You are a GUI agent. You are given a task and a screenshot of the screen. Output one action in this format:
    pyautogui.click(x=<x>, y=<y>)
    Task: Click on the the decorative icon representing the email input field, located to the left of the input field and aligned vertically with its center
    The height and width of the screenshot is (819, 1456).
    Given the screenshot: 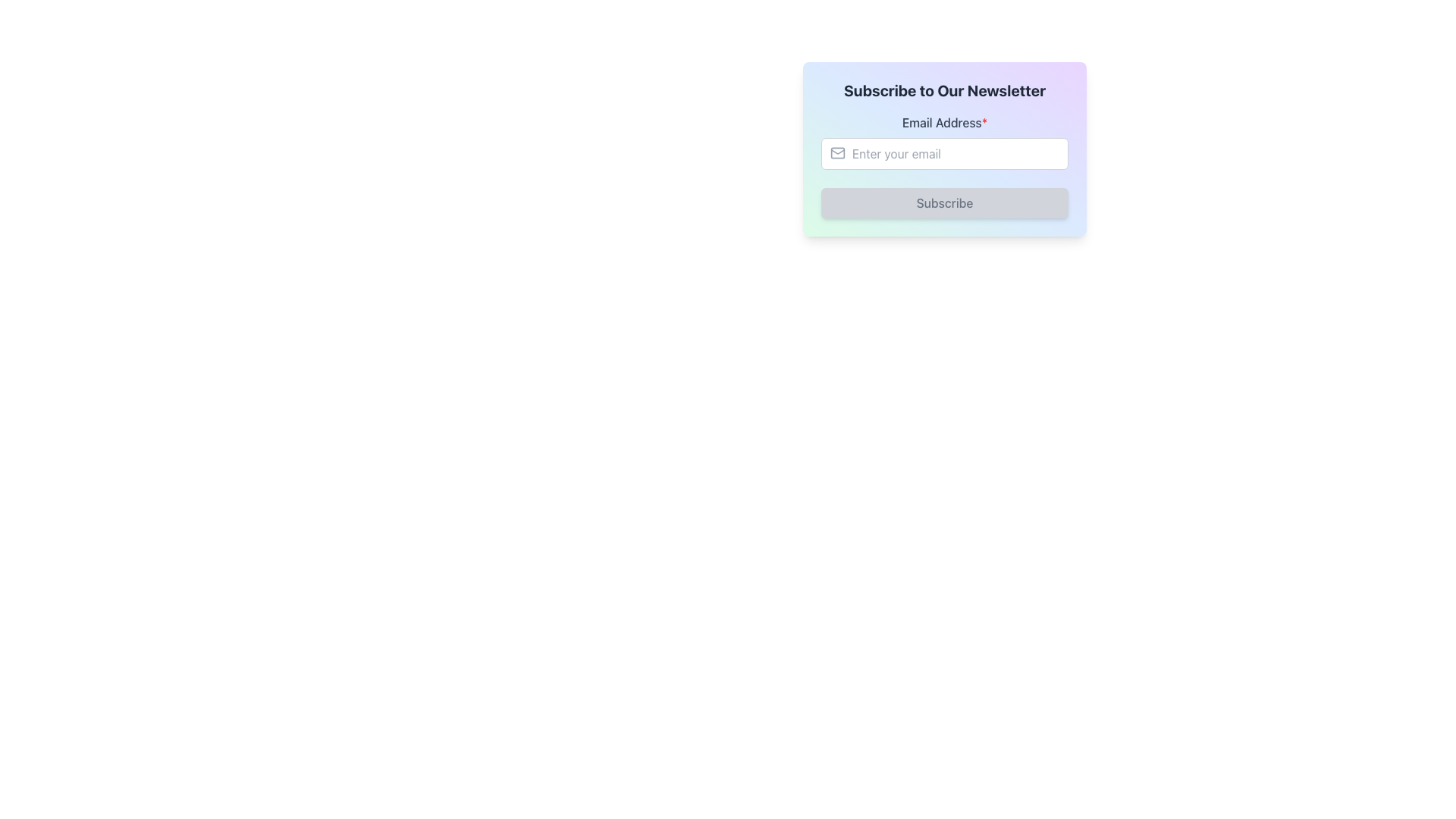 What is the action you would take?
    pyautogui.click(x=836, y=152)
    